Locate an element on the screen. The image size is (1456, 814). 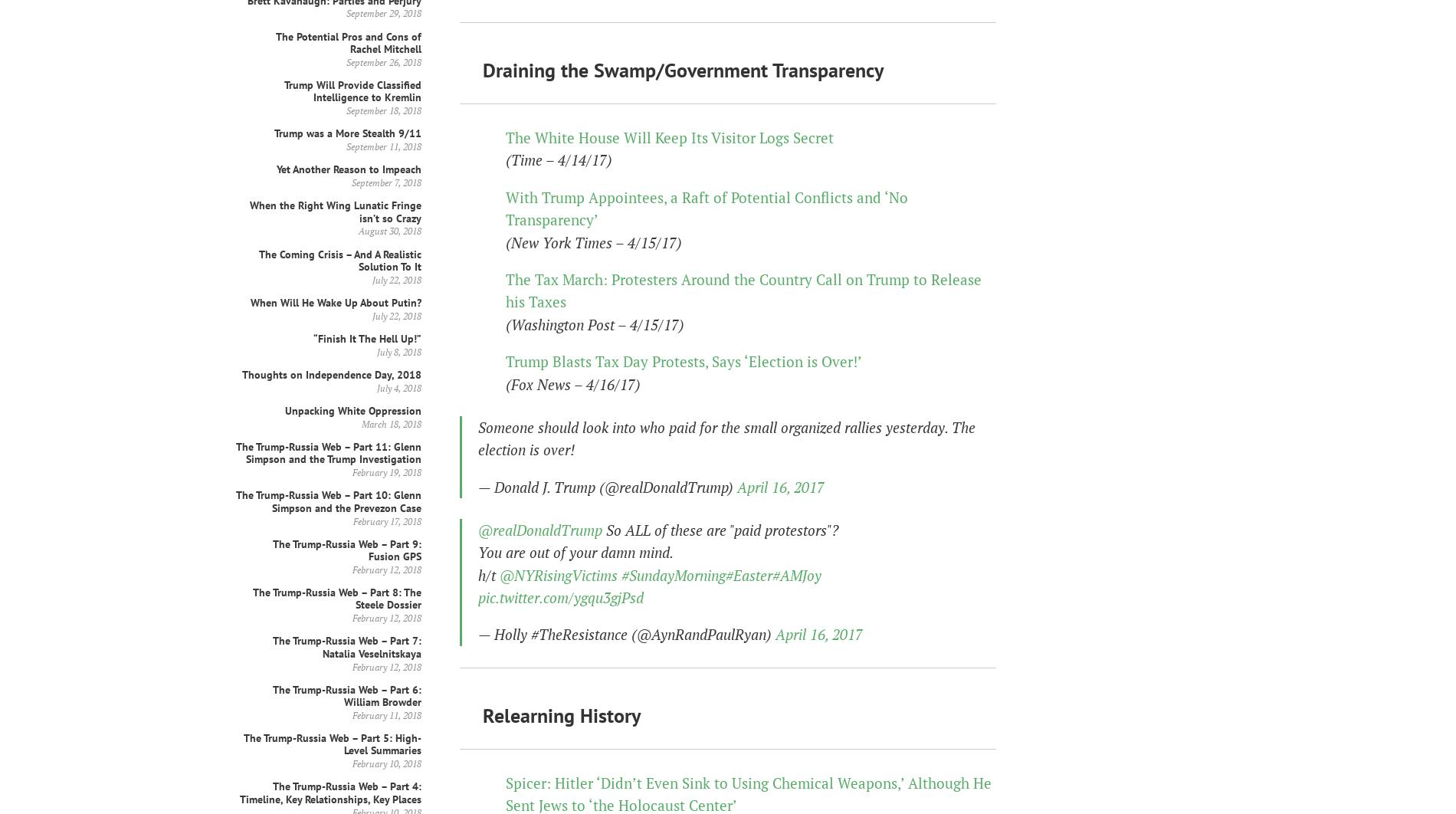
'February 11, 2018' is located at coordinates (351, 714).